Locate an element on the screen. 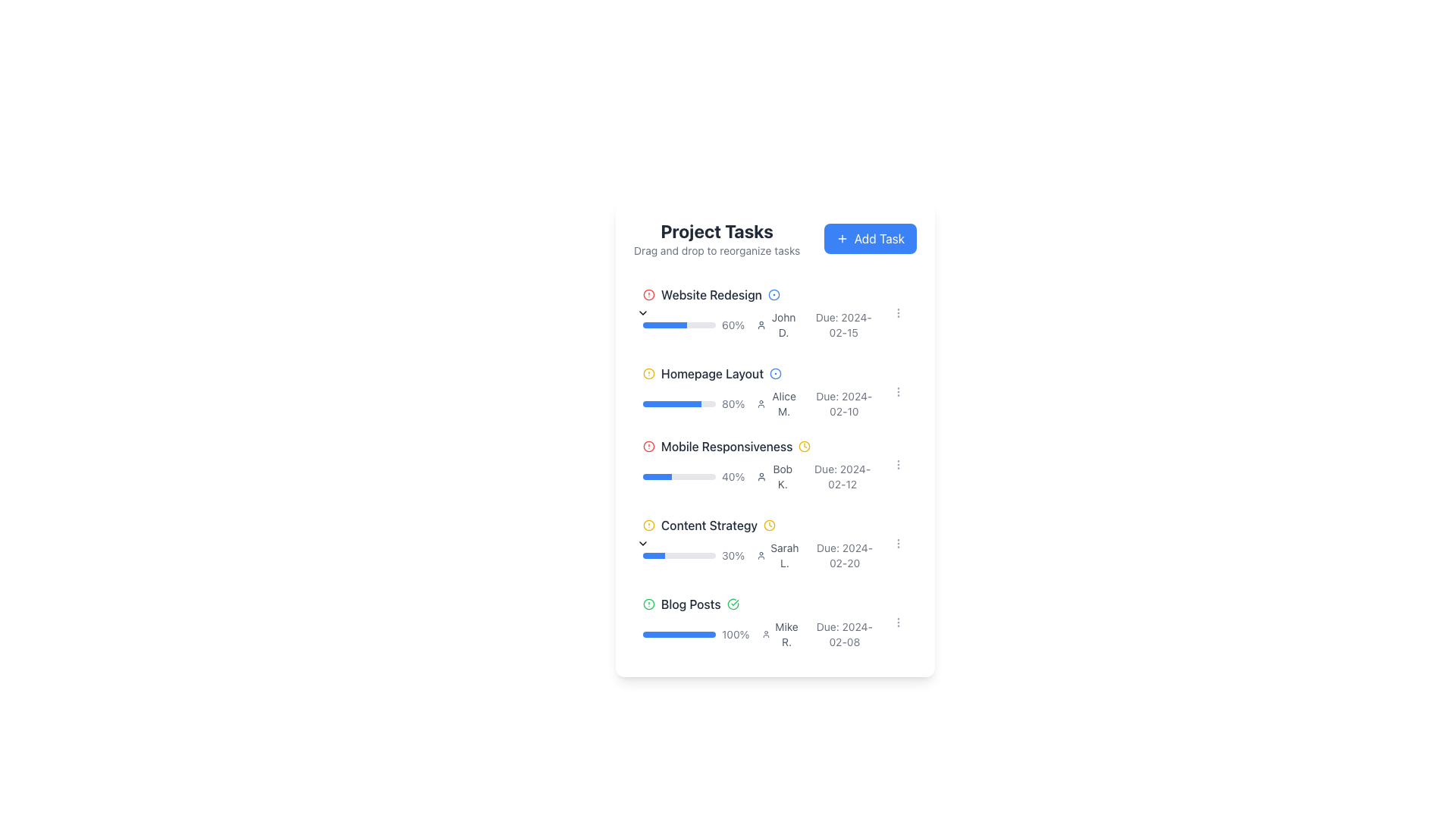  the label displaying '60%' in gray color, located to the right of the progress bar in the 'Website Redesign' task entry, situated in the second row is located at coordinates (733, 324).